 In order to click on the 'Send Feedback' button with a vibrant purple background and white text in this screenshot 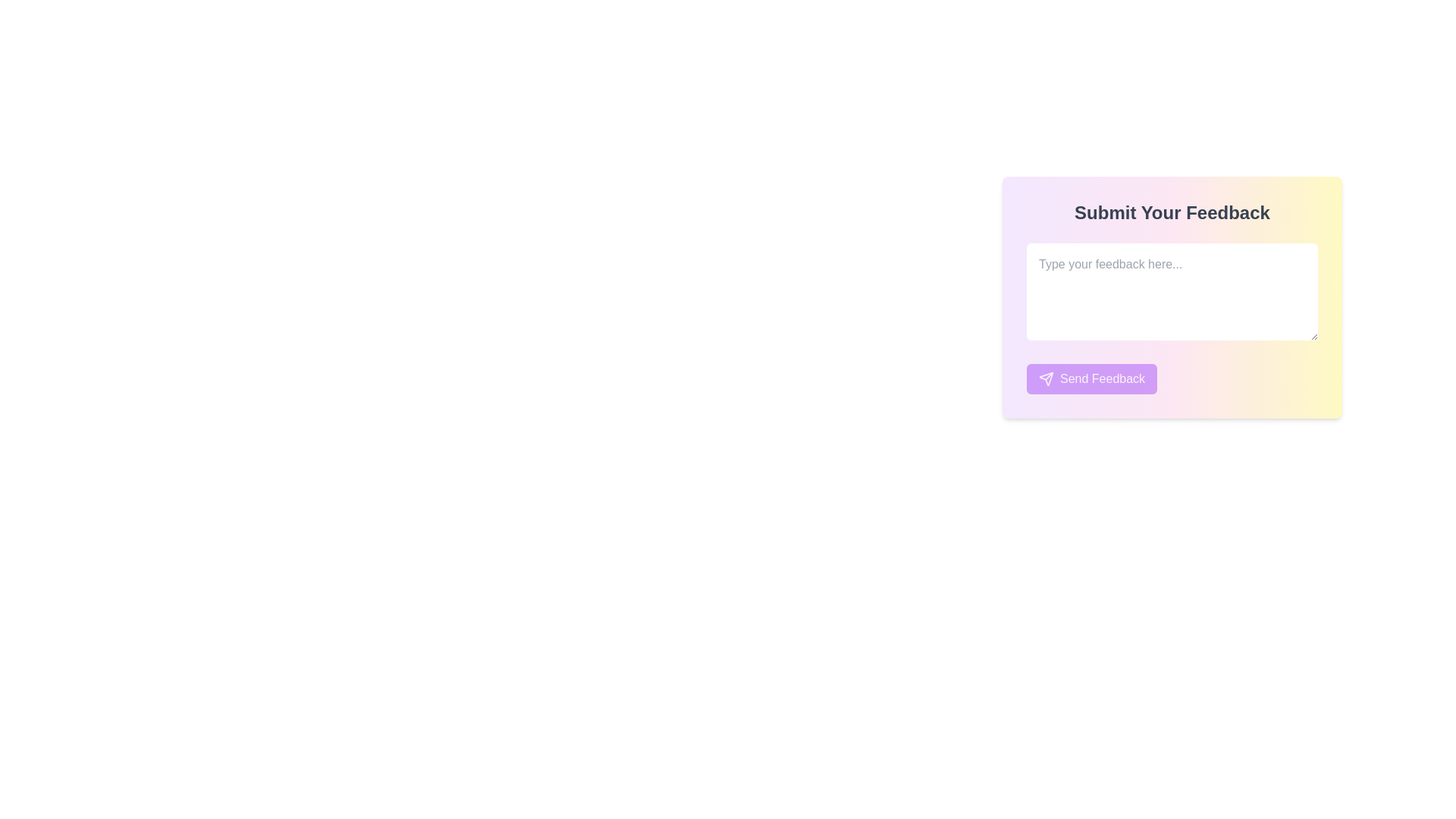, I will do `click(1092, 378)`.